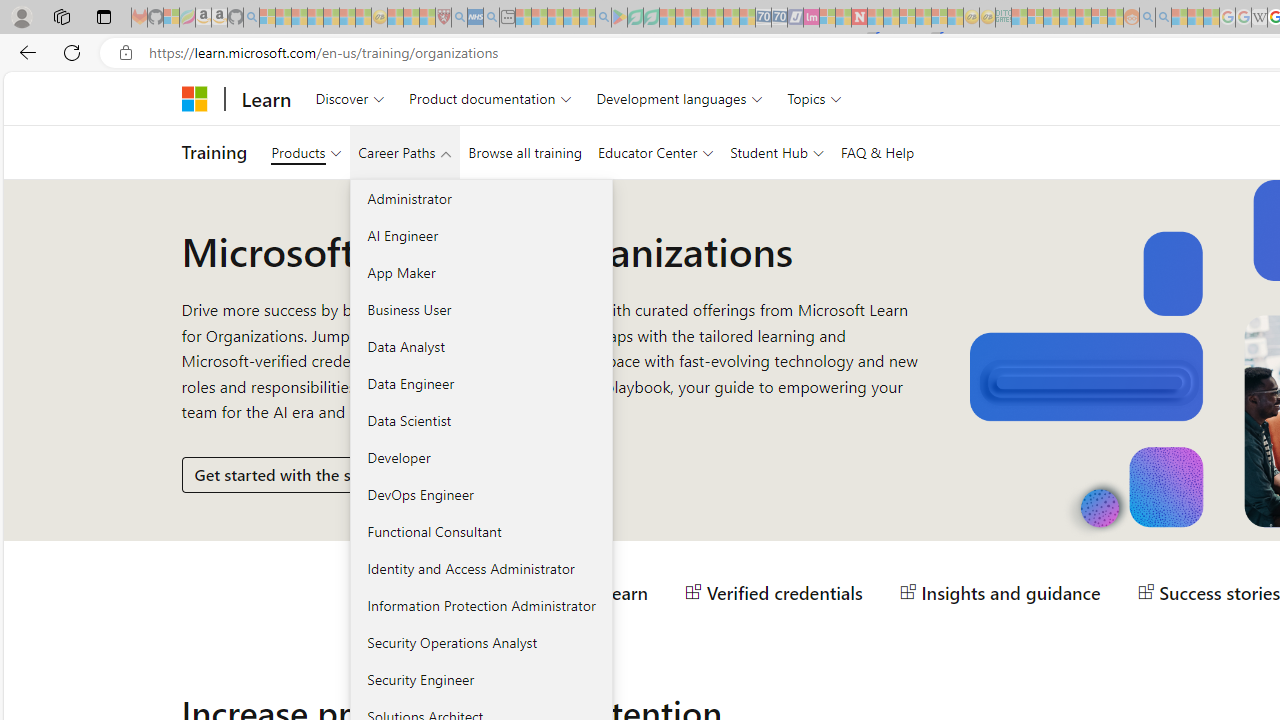 The width and height of the screenshot is (1280, 720). Describe the element at coordinates (481, 345) in the screenshot. I see `'Data Analyst'` at that location.